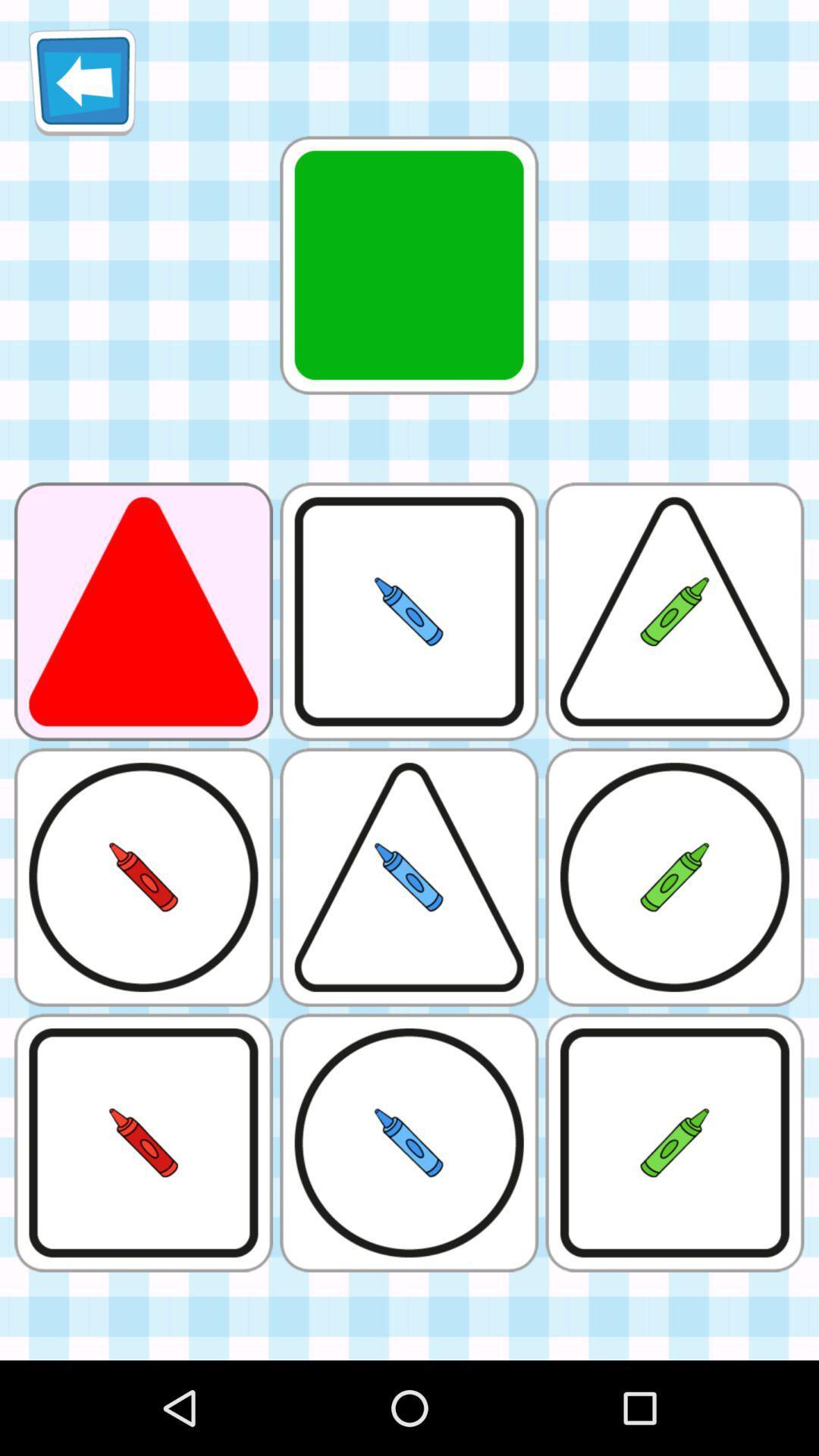  I want to click on the arrow_backward icon, so click(82, 87).